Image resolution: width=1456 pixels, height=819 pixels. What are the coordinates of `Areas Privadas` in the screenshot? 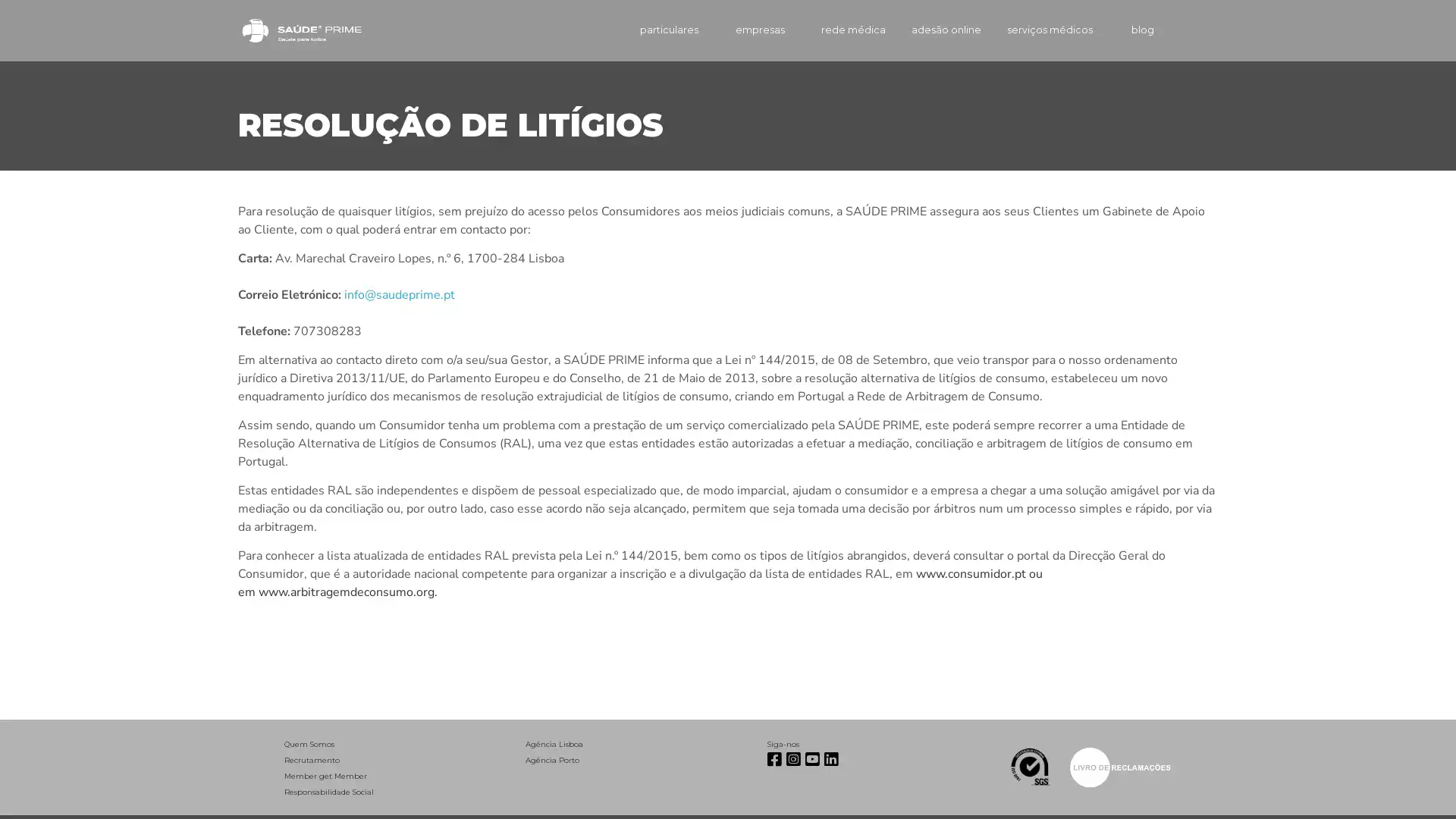 It's located at (1197, 30).